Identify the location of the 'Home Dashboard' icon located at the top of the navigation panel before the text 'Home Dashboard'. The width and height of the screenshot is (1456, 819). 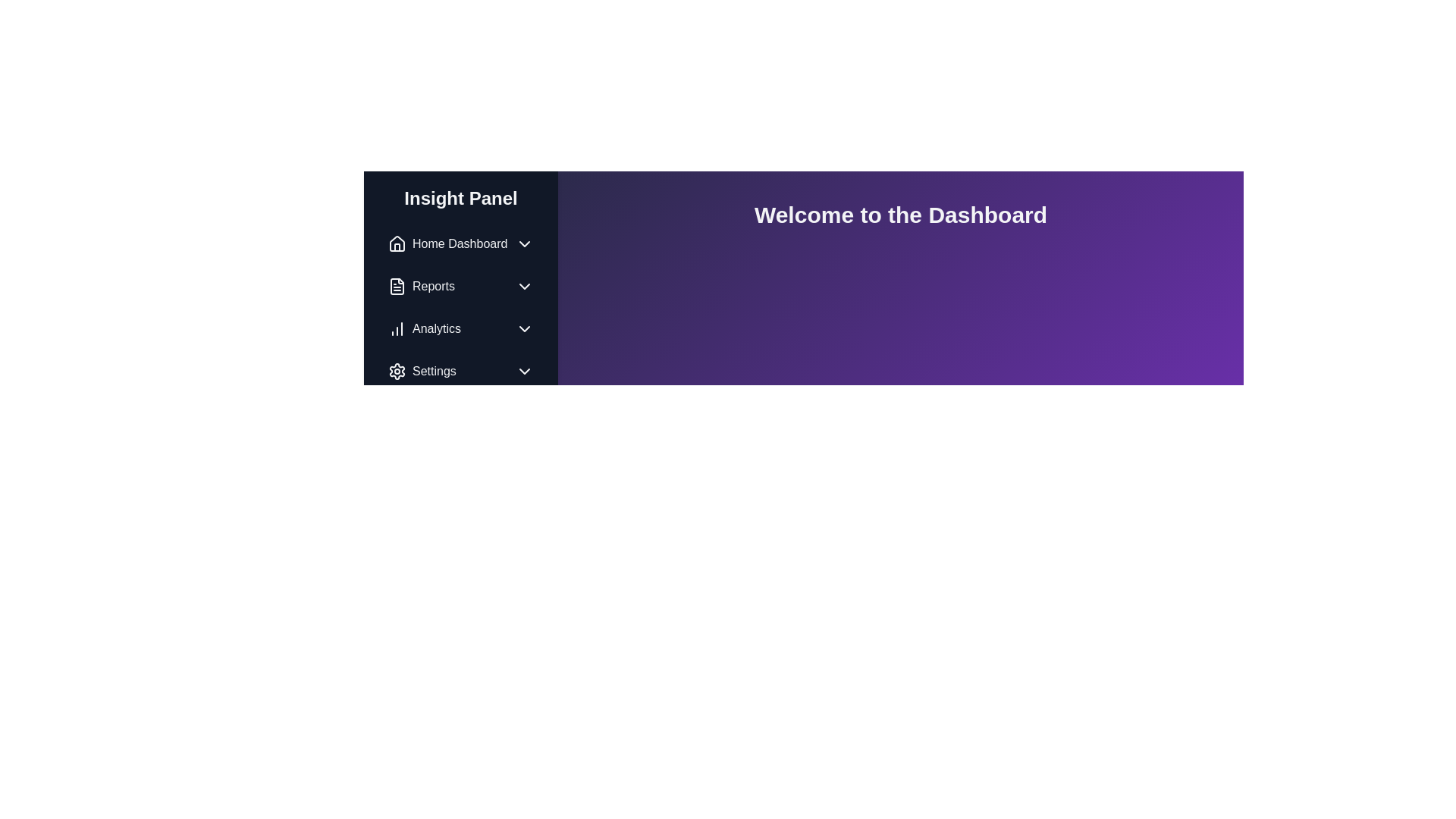
(397, 243).